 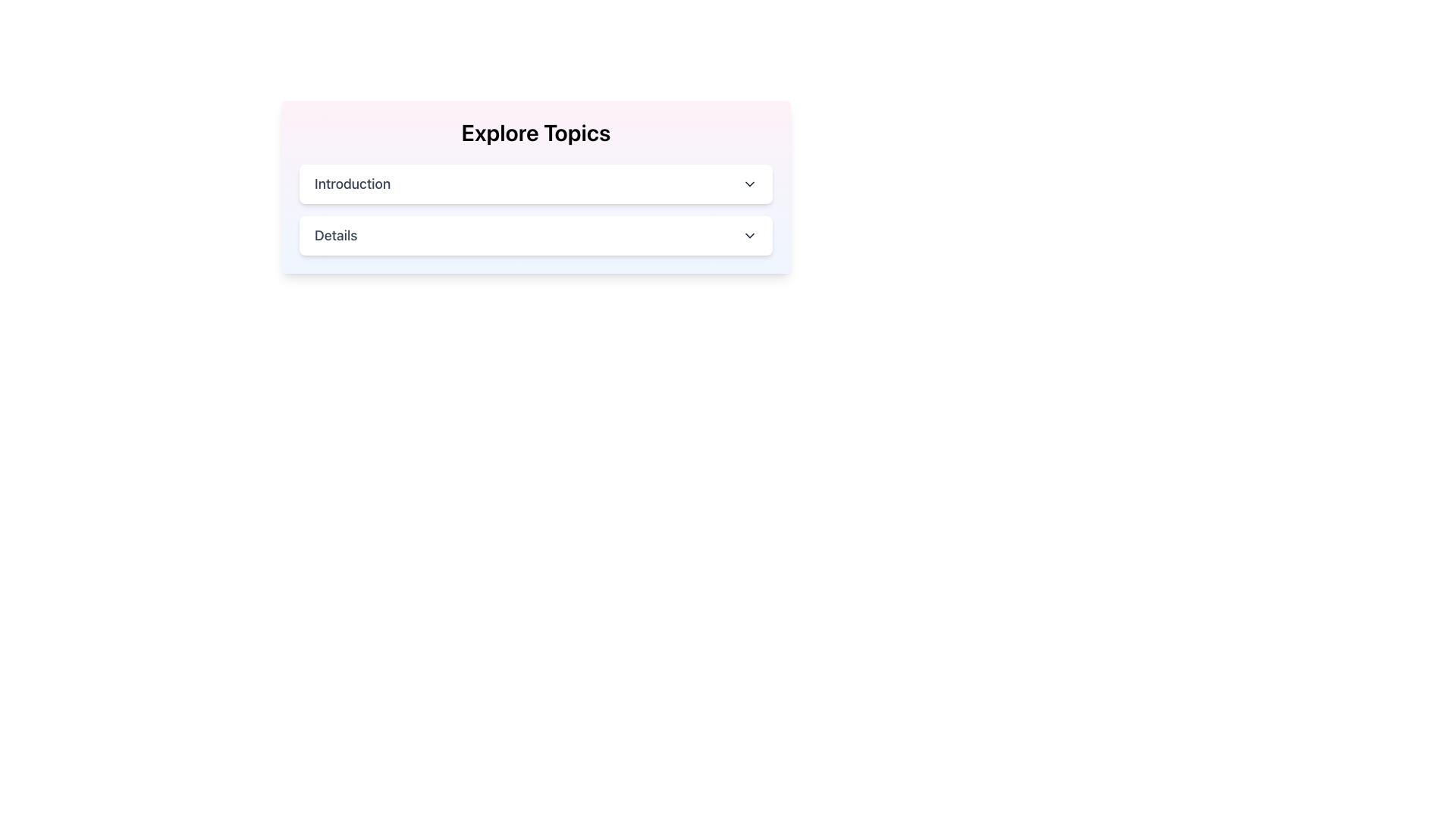 I want to click on the 'Introduction' and 'Details' sections of the collapsible component located below the title 'Explore Topics' to potentially reveal tooltips, so click(x=535, y=210).